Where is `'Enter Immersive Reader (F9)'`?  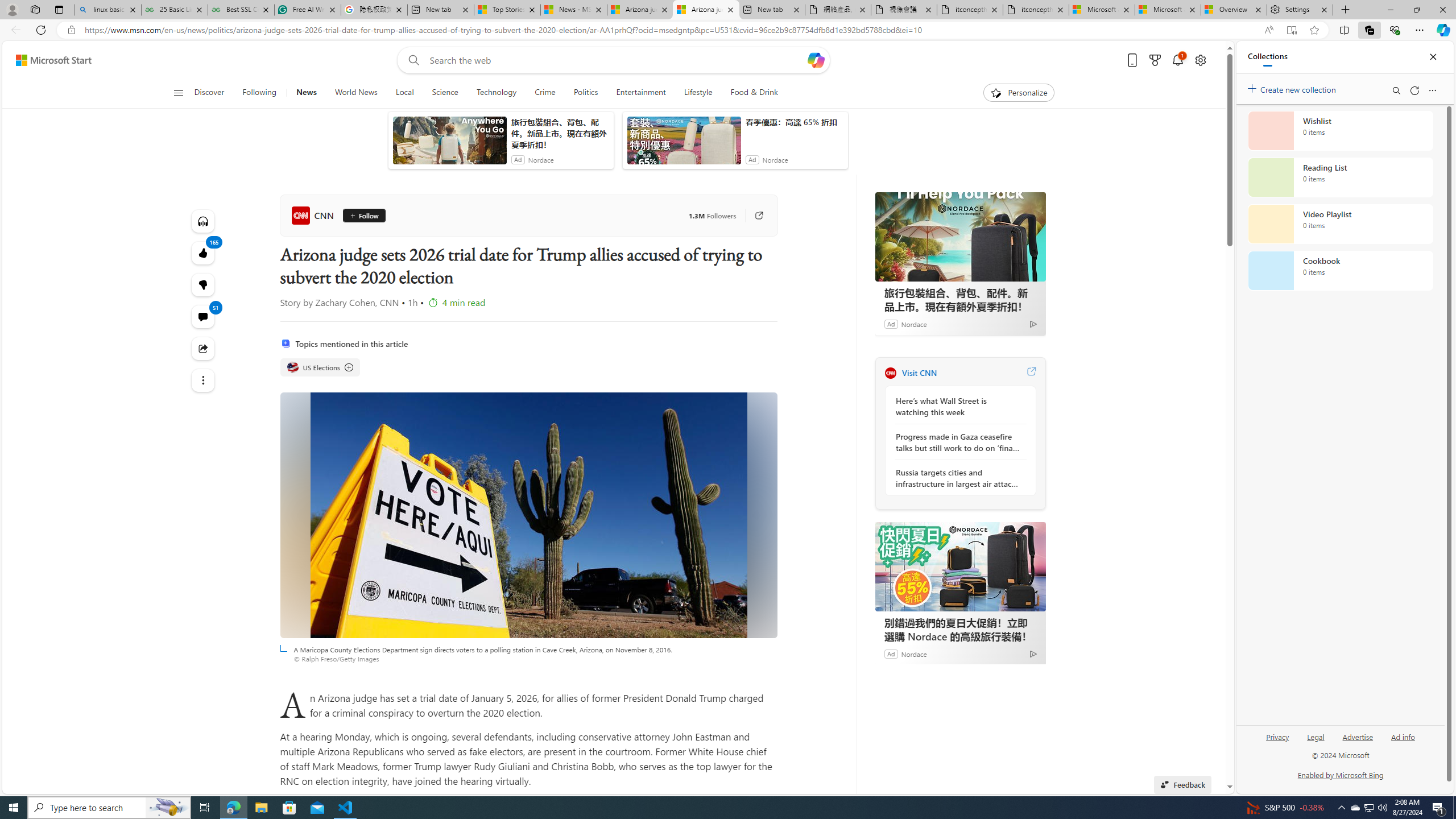
'Enter Immersive Reader (F9)' is located at coordinates (1291, 30).